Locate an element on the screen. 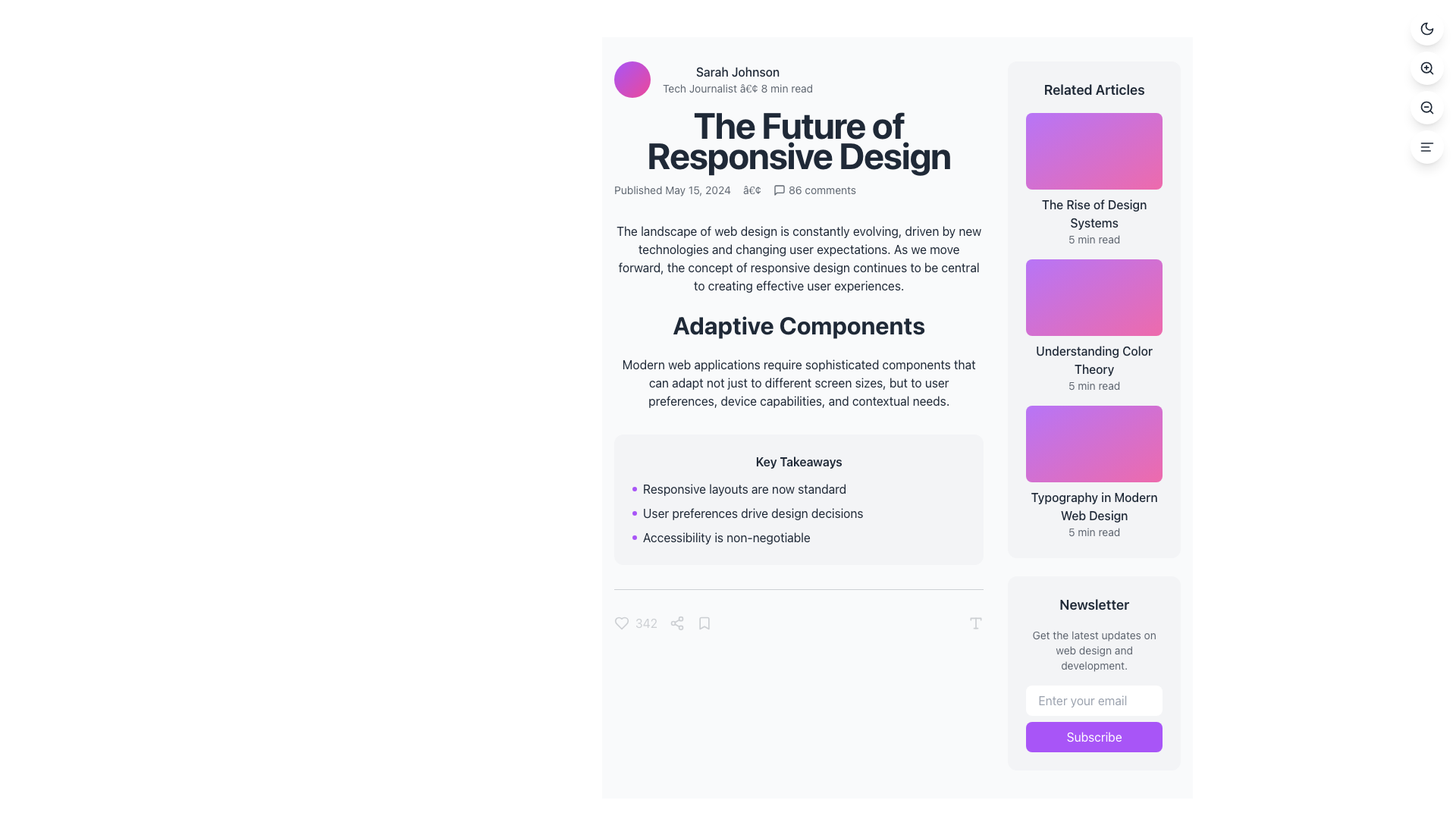 The image size is (1456, 819). the first bullet point text display that says 'Responsive layouts are now standard' under the 'Key Takeaways' section is located at coordinates (745, 488).